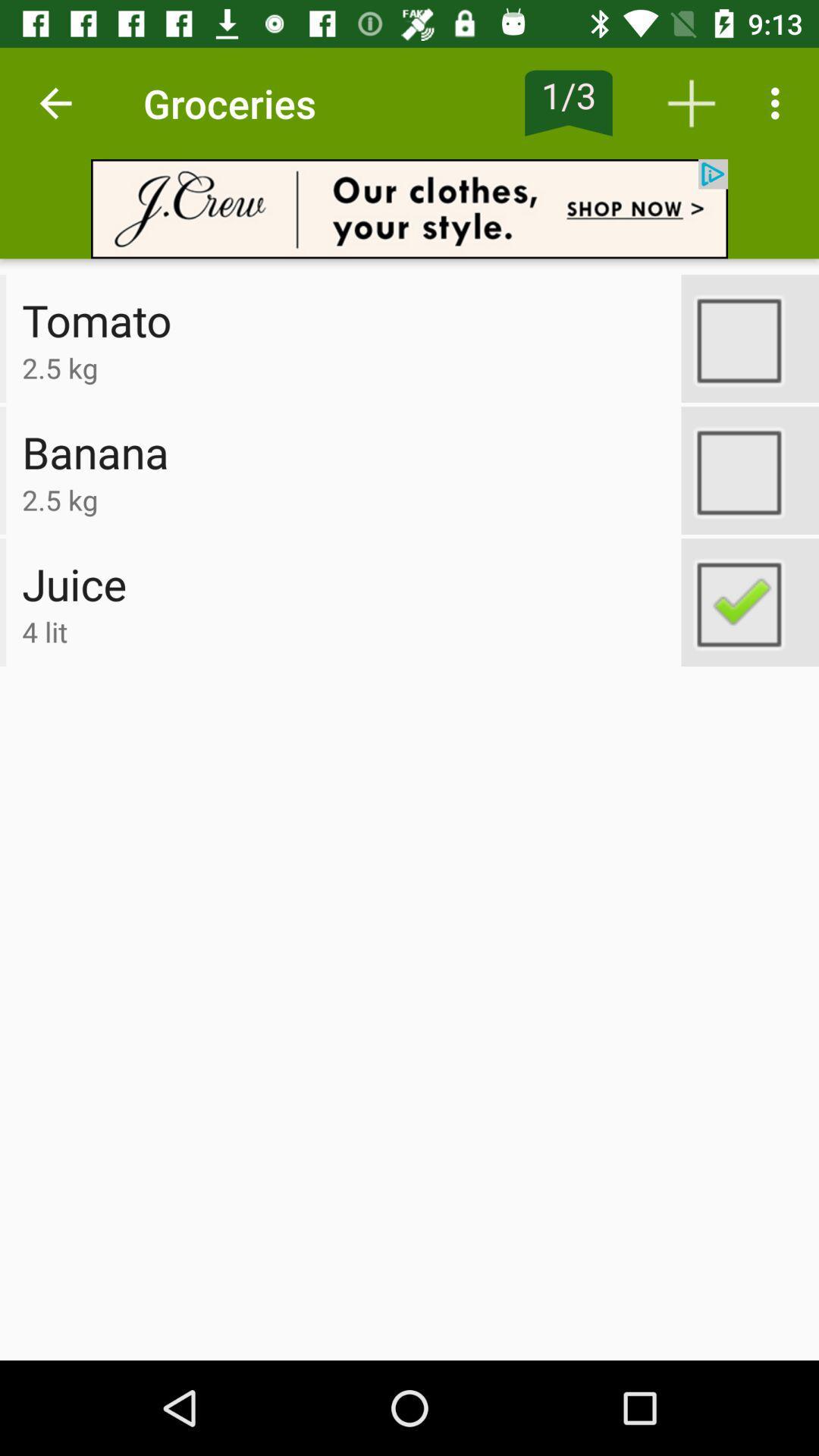 The height and width of the screenshot is (1456, 819). I want to click on tick off item, so click(749, 469).